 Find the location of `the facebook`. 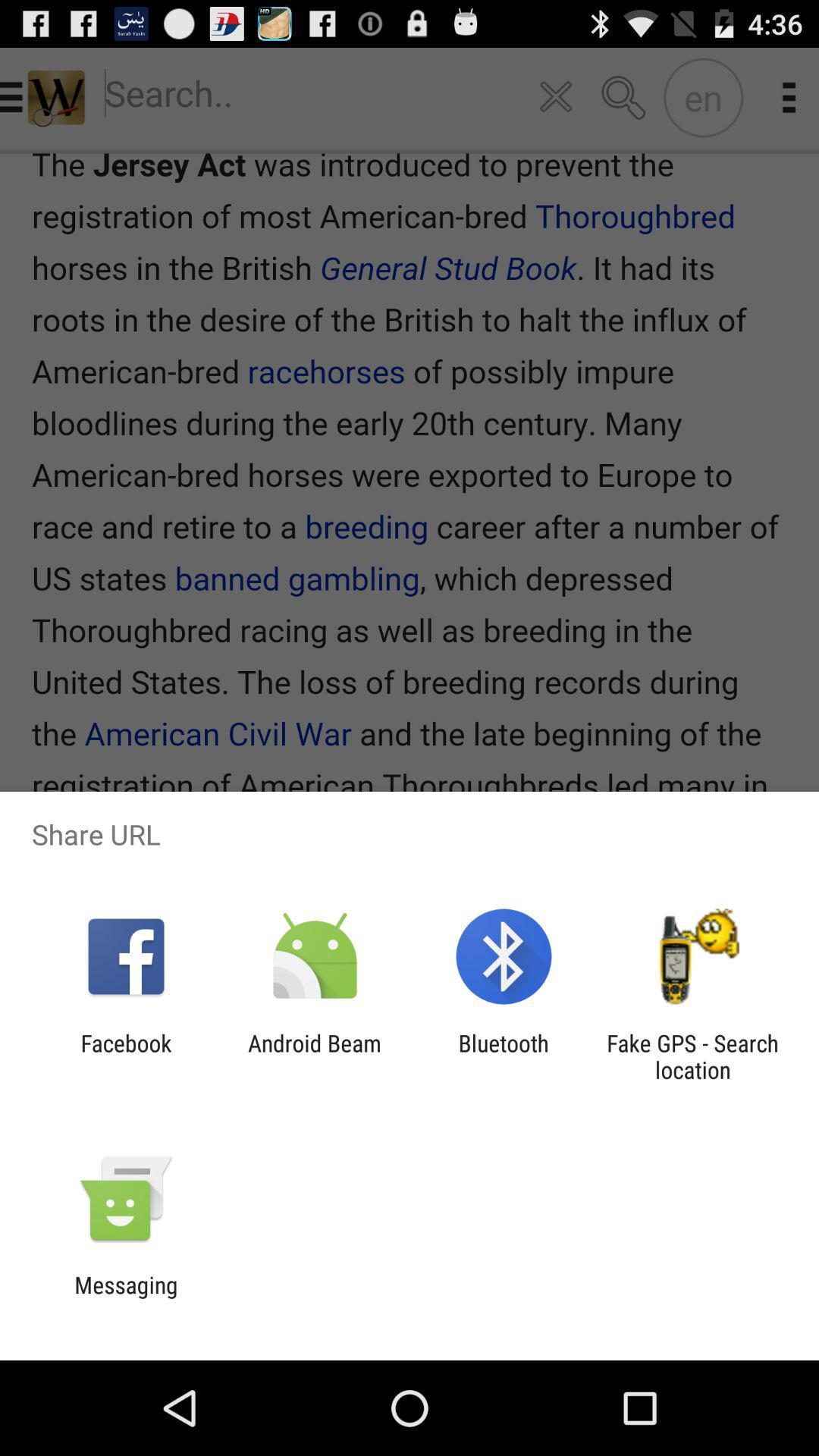

the facebook is located at coordinates (125, 1056).